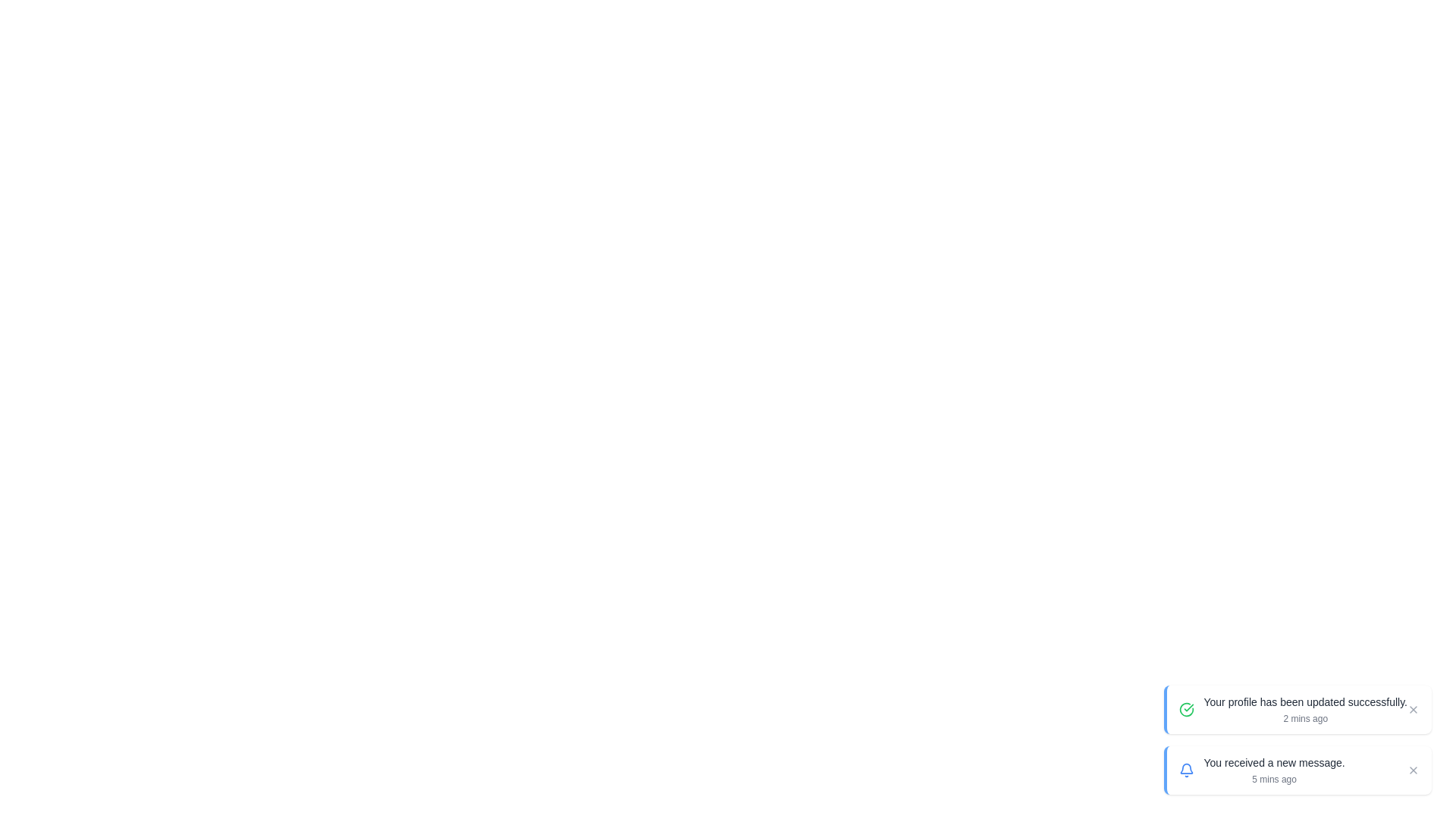 Image resolution: width=1456 pixels, height=819 pixels. Describe the element at coordinates (1304, 701) in the screenshot. I see `the notification text to read its content` at that location.